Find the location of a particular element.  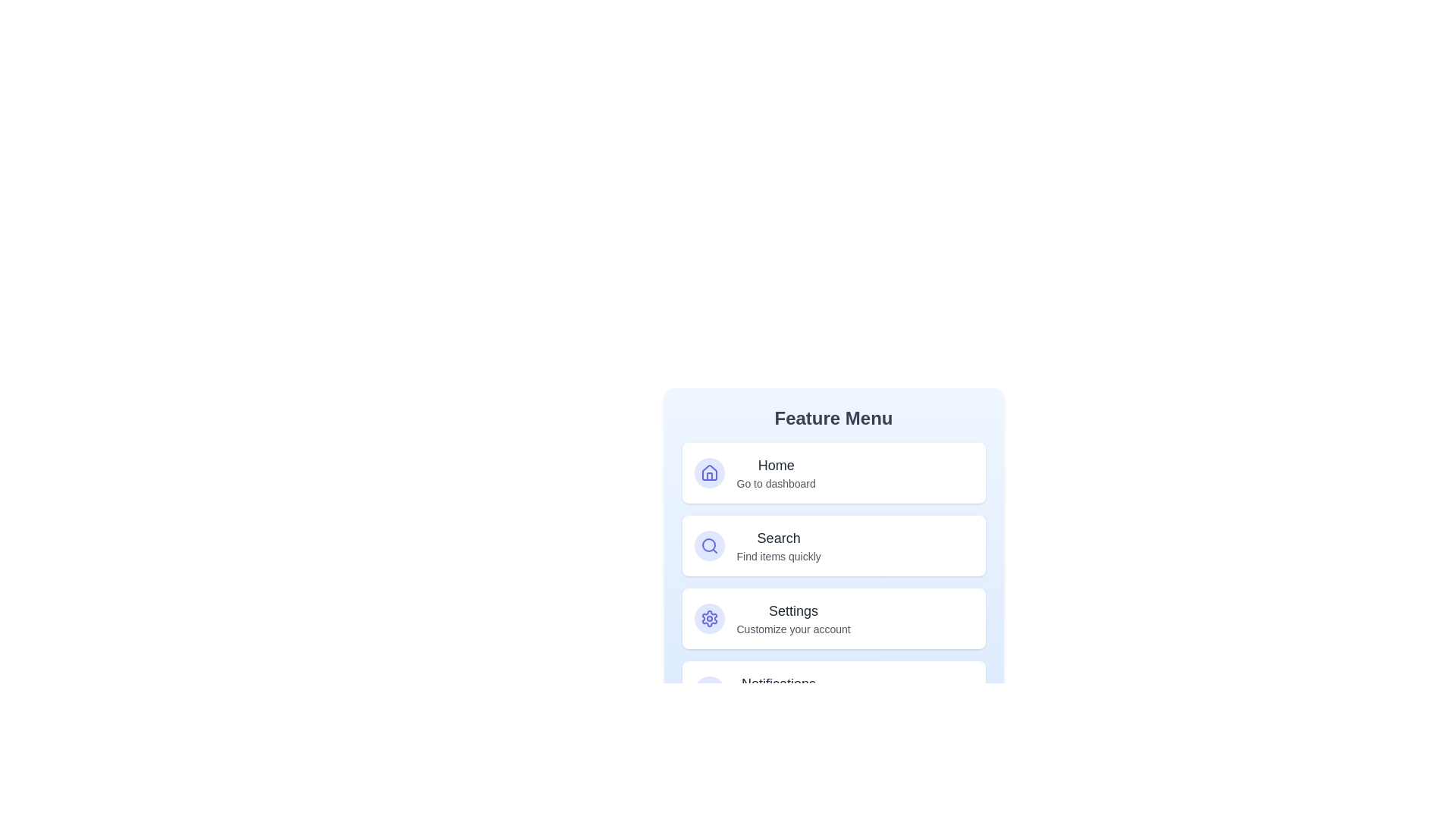

the description of the selected option Settings is located at coordinates (792, 619).